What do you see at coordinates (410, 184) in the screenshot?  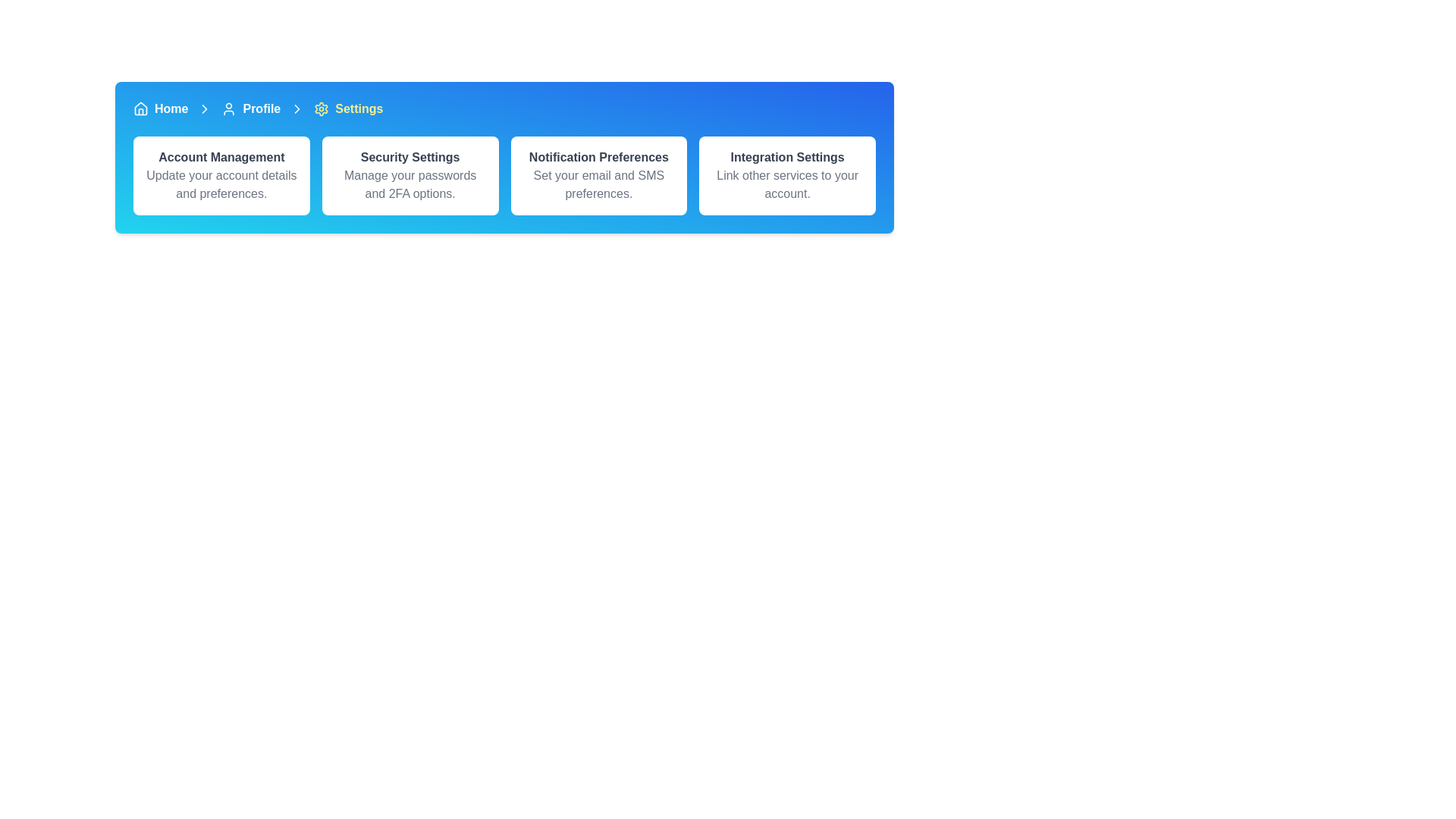 I see `the text block element that reads 'Manage your passwords and 2FA options.' located below the 'Security Settings' header in a gray color and smaller font size` at bounding box center [410, 184].